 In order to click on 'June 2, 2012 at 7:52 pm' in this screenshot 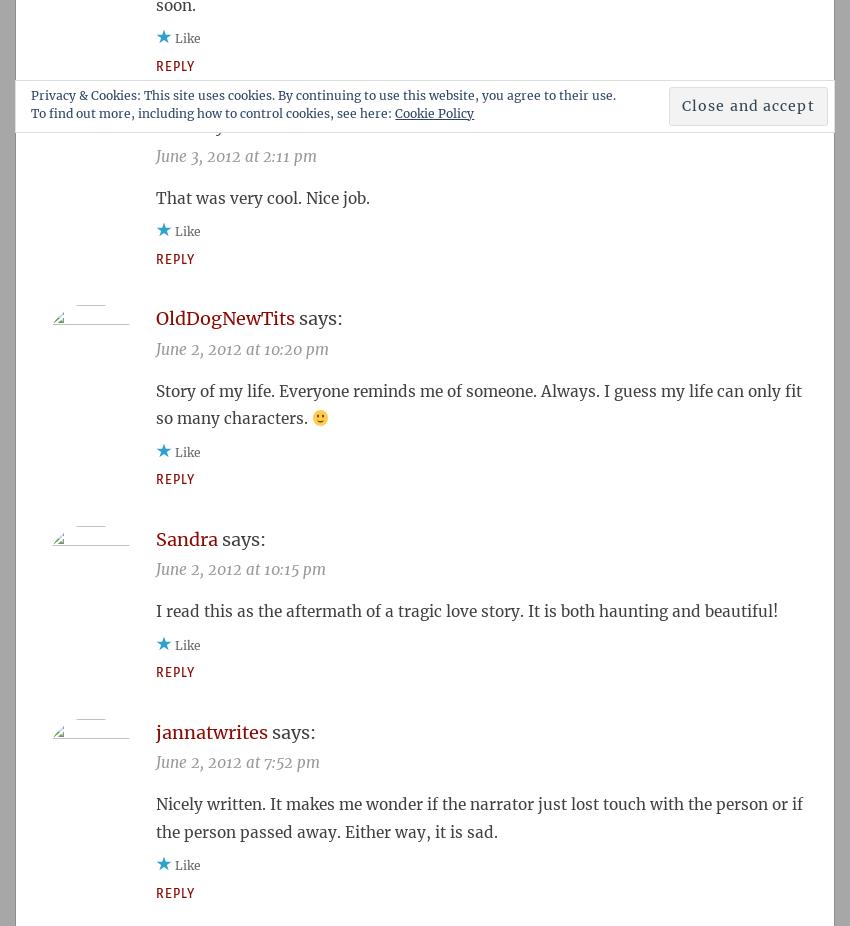, I will do `click(238, 762)`.